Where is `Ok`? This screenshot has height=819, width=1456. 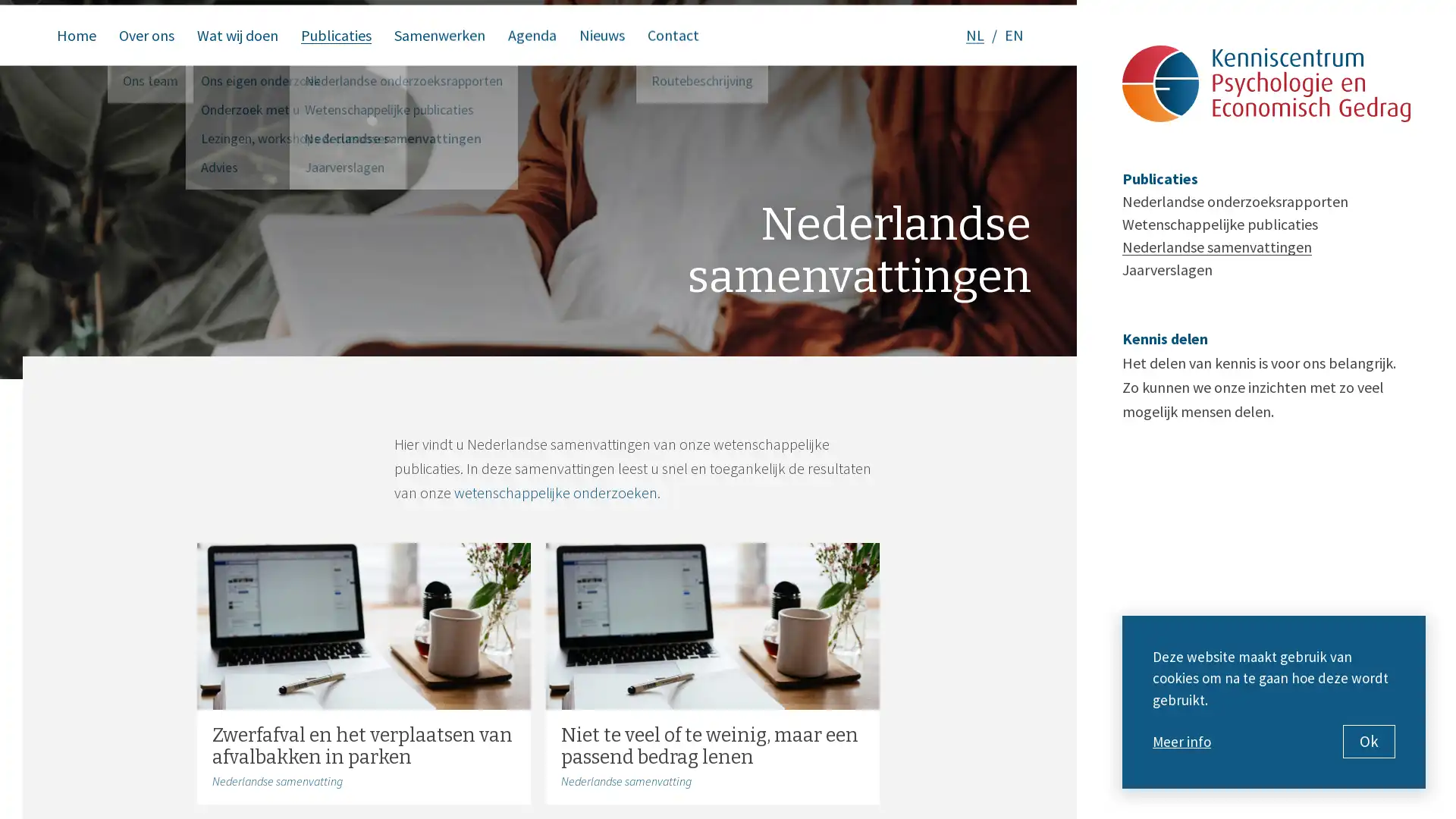
Ok is located at coordinates (1369, 741).